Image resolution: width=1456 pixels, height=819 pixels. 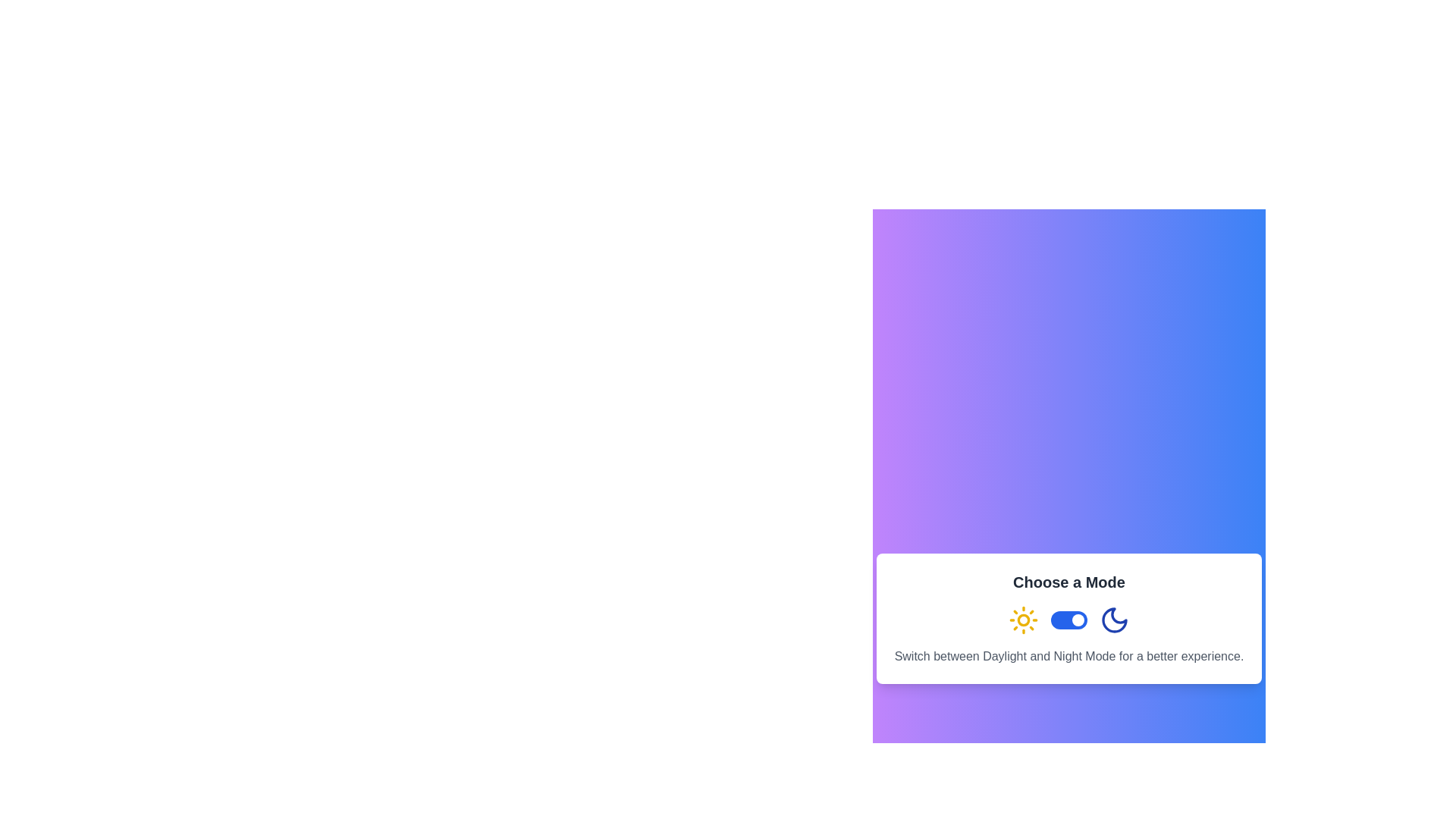 What do you see at coordinates (1068, 656) in the screenshot?
I see `text element displaying 'Switch between Daylight and Night Mode for a better experience.' which is styled in gray font and located below the toggle switch` at bounding box center [1068, 656].